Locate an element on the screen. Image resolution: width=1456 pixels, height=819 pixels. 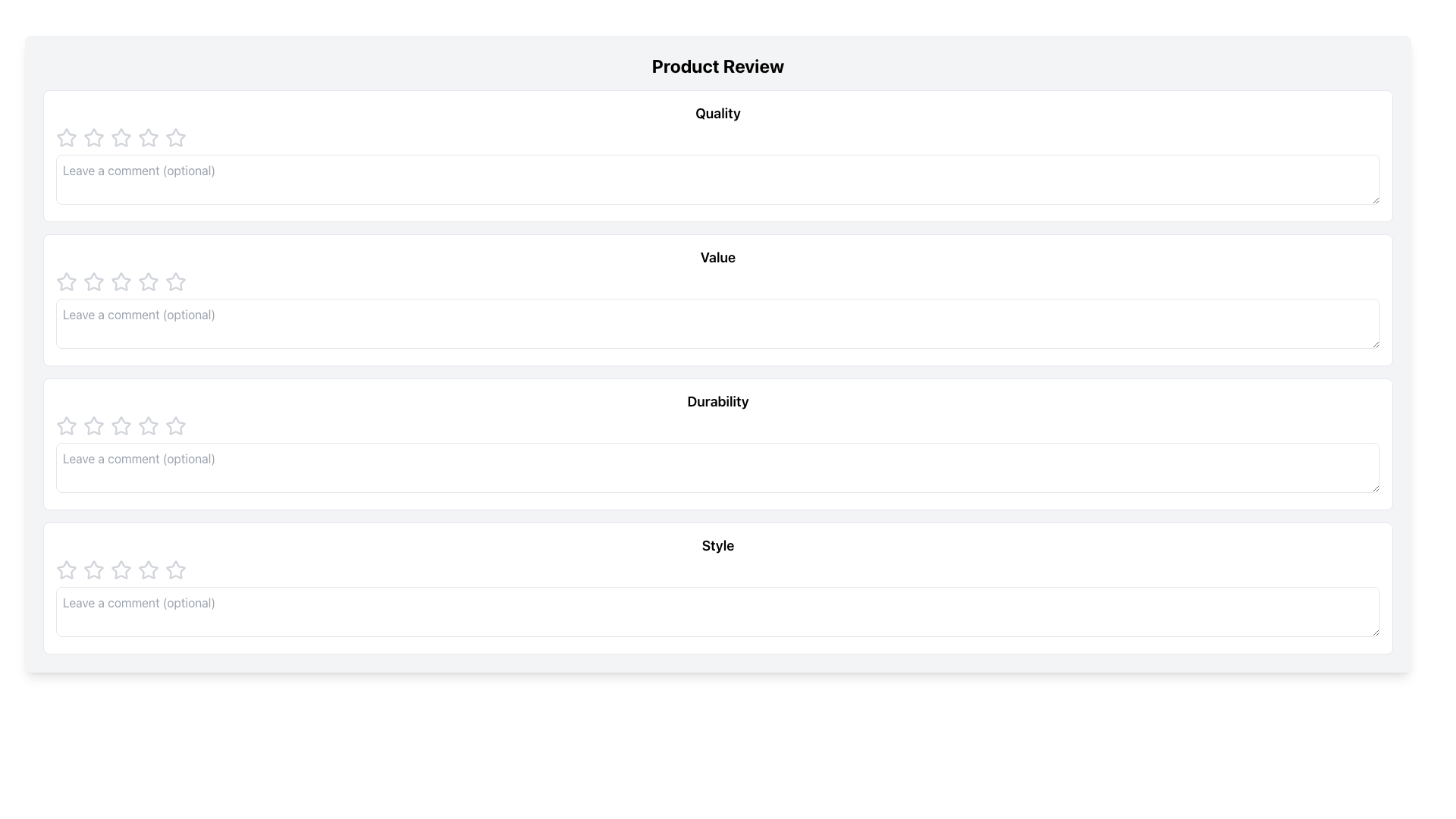
sixth star icon in the 'Style' rating section of the product review interface for interactive styling is located at coordinates (175, 570).